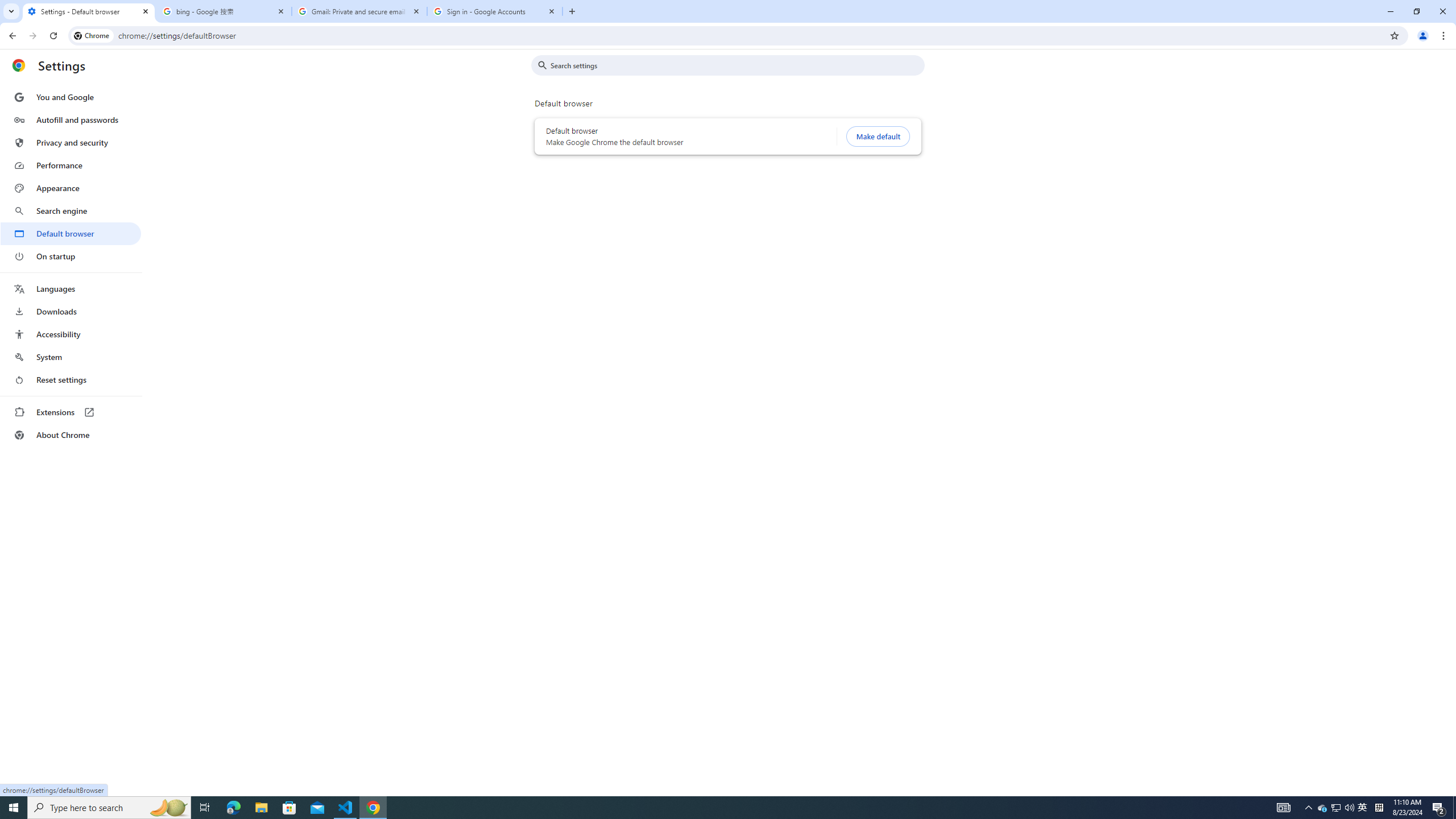 This screenshot has height=819, width=1456. What do you see at coordinates (735, 65) in the screenshot?
I see `'Search settings'` at bounding box center [735, 65].